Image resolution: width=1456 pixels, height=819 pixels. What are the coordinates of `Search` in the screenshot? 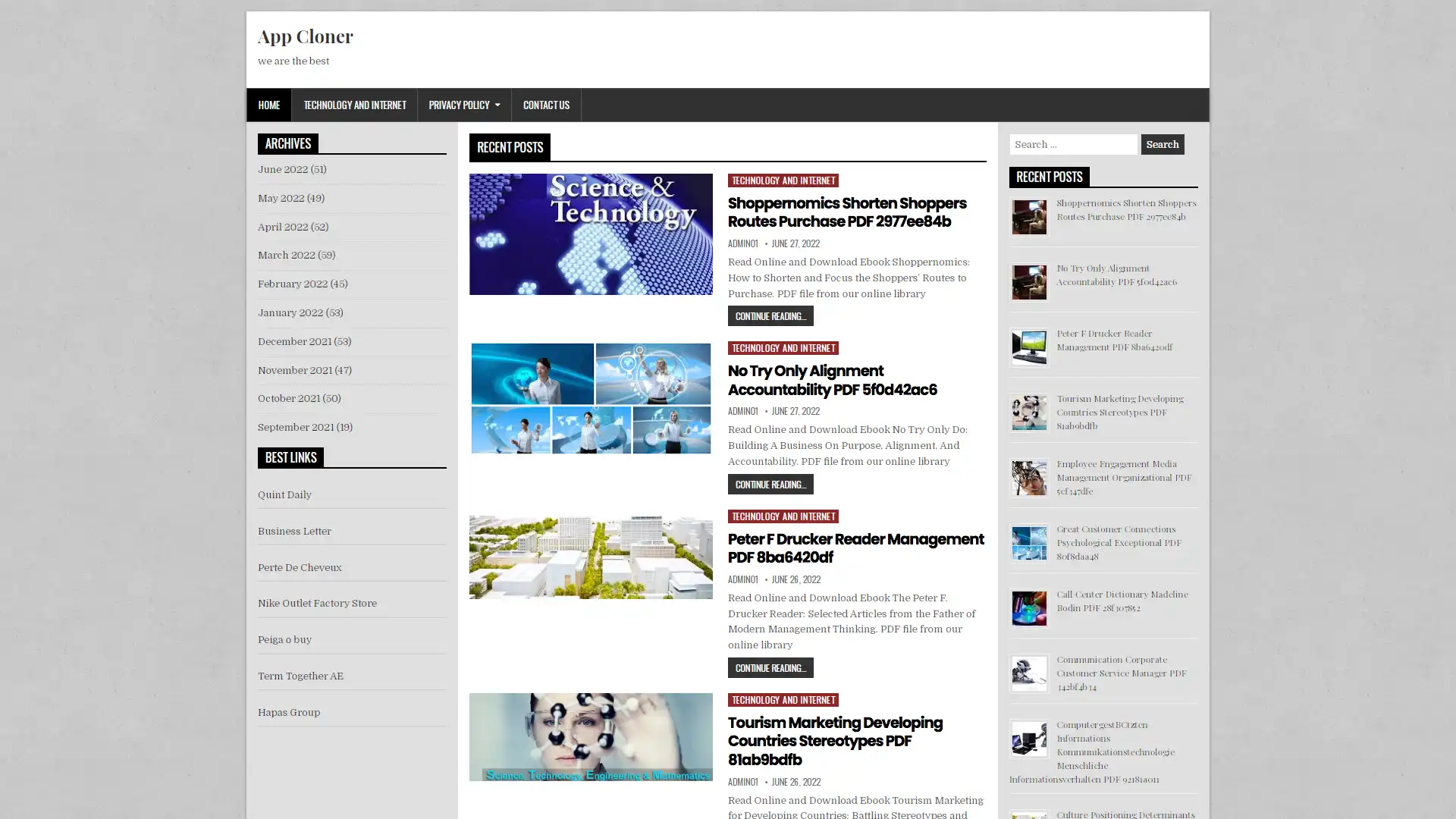 It's located at (1161, 144).